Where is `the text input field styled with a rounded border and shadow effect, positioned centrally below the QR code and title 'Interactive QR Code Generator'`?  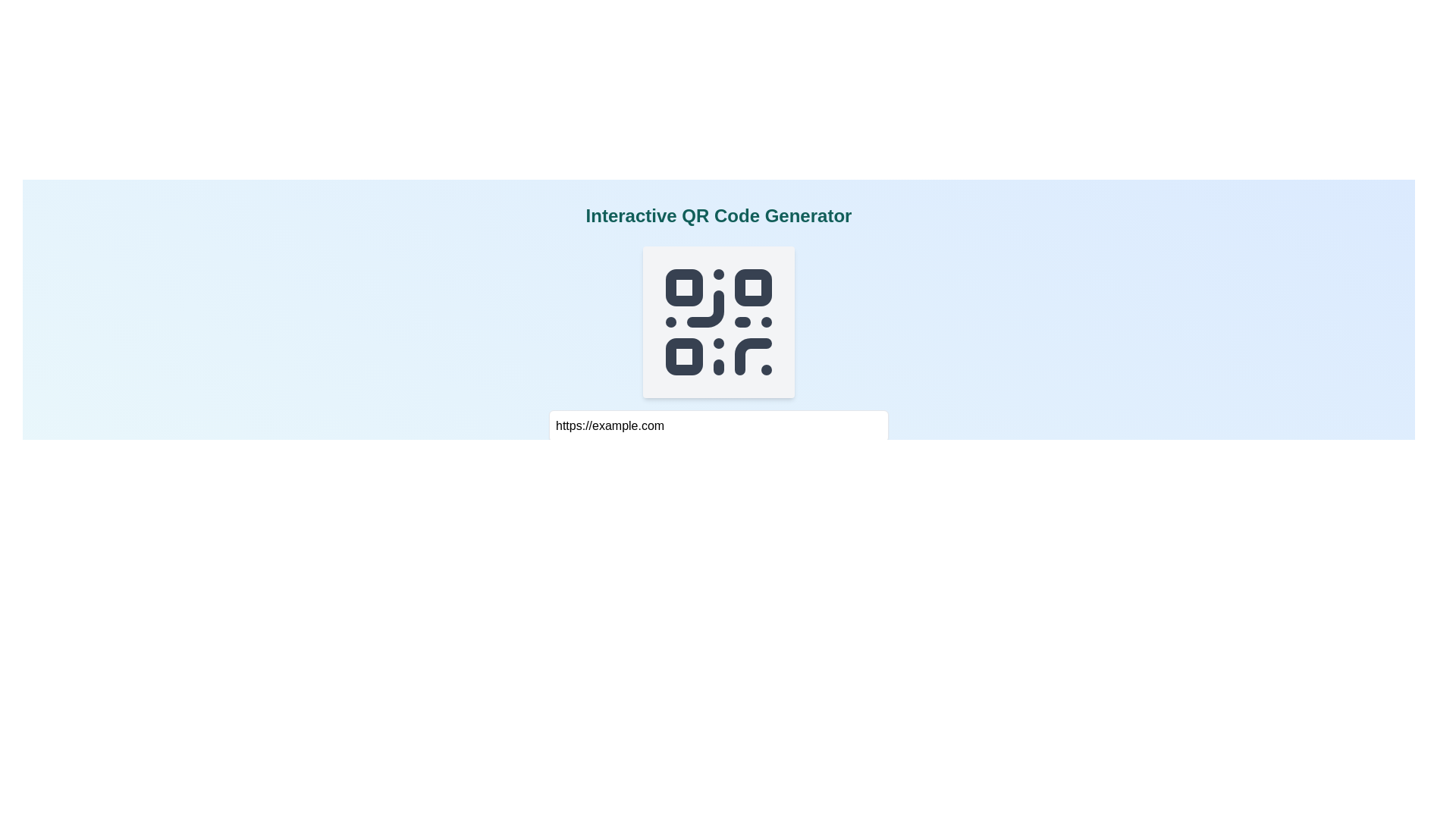 the text input field styled with a rounded border and shadow effect, positioned centrally below the QR code and title 'Interactive QR Code Generator' is located at coordinates (718, 426).